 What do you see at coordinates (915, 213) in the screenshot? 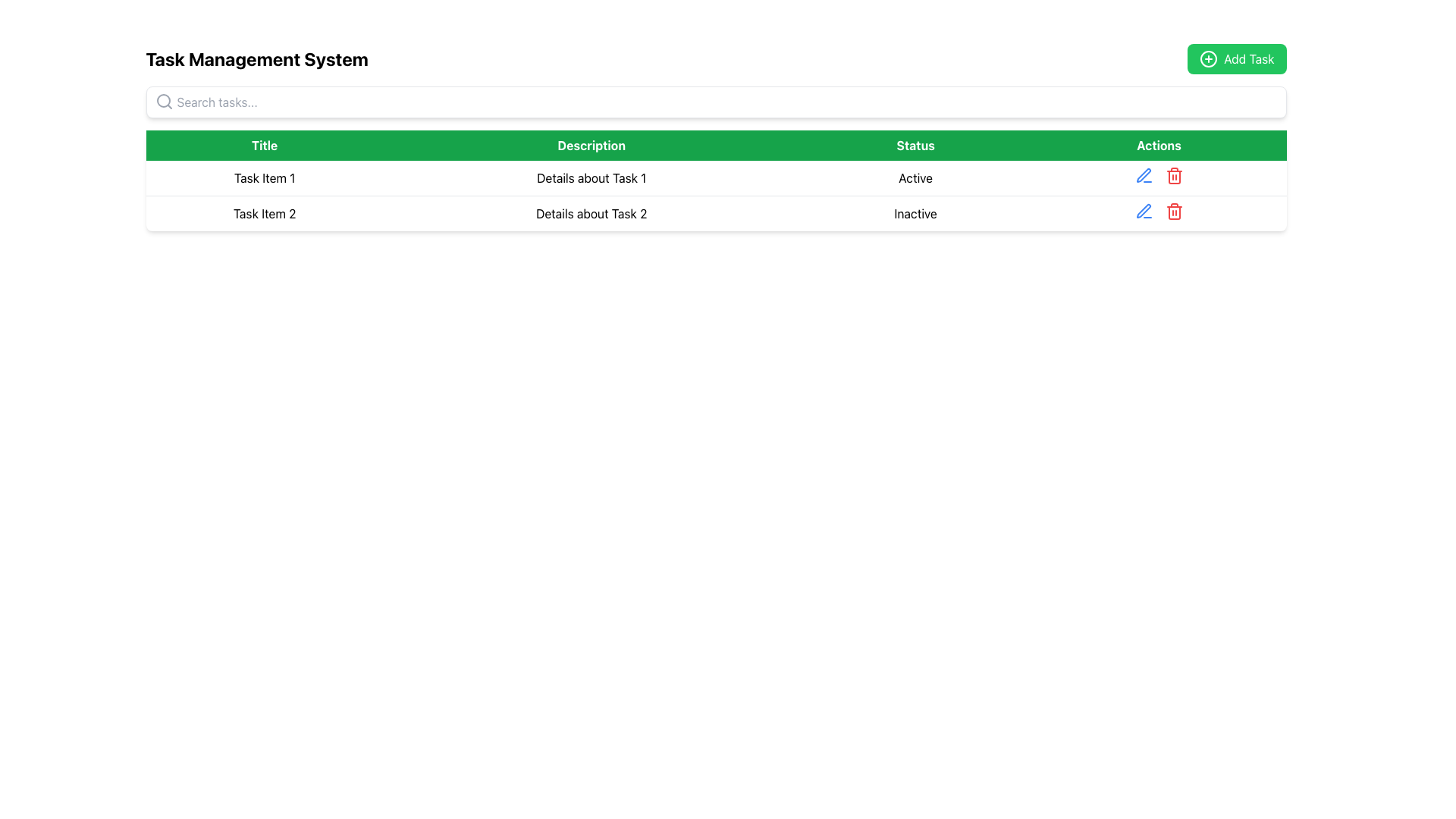
I see `the static text element displaying 'Inactive' in the third column of the second row, which is part of 'Task Item 2'` at bounding box center [915, 213].